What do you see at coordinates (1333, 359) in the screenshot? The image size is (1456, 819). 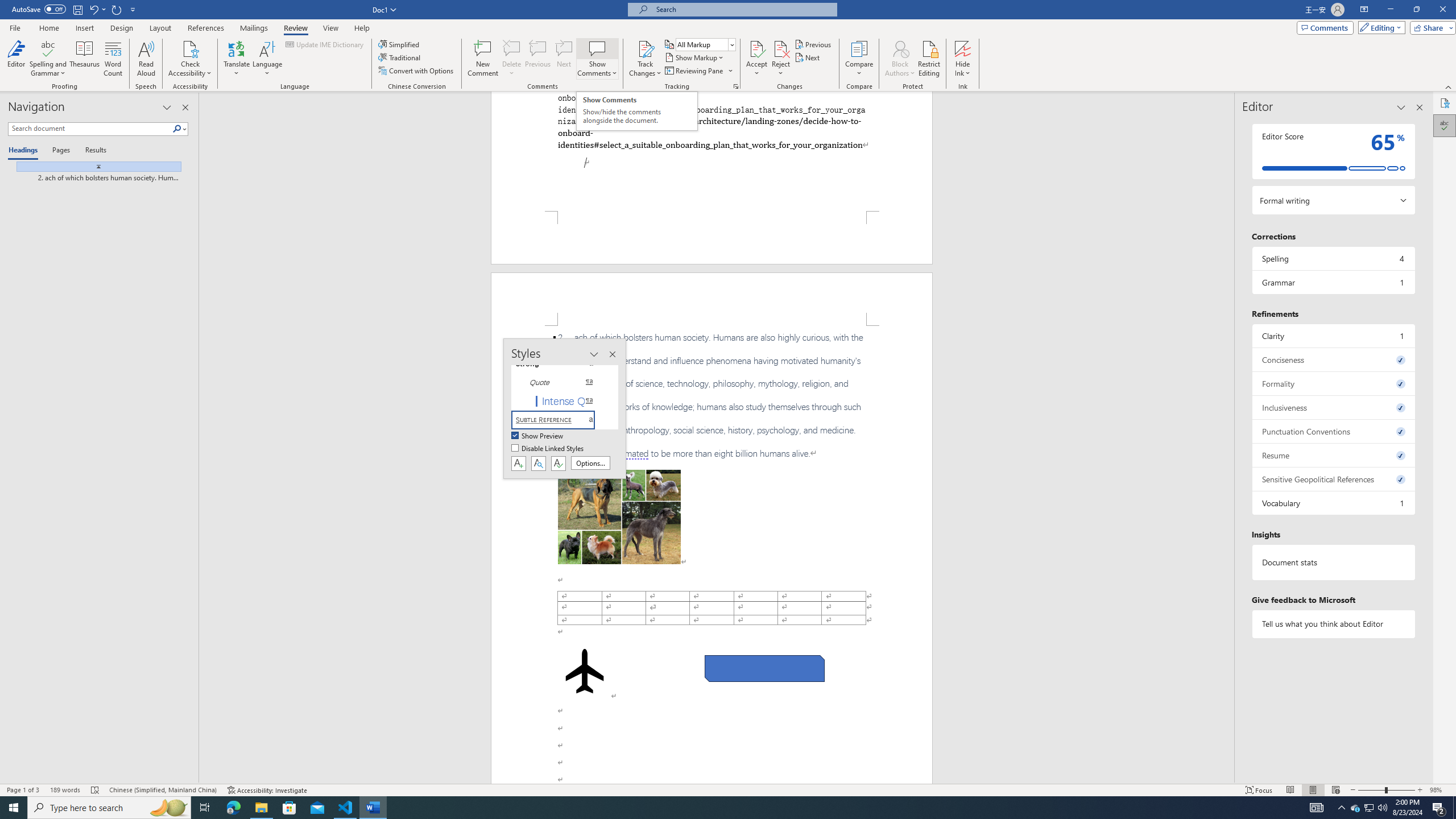 I see `'Conciseness, 0 issues. Press space or enter to review items.'` at bounding box center [1333, 359].